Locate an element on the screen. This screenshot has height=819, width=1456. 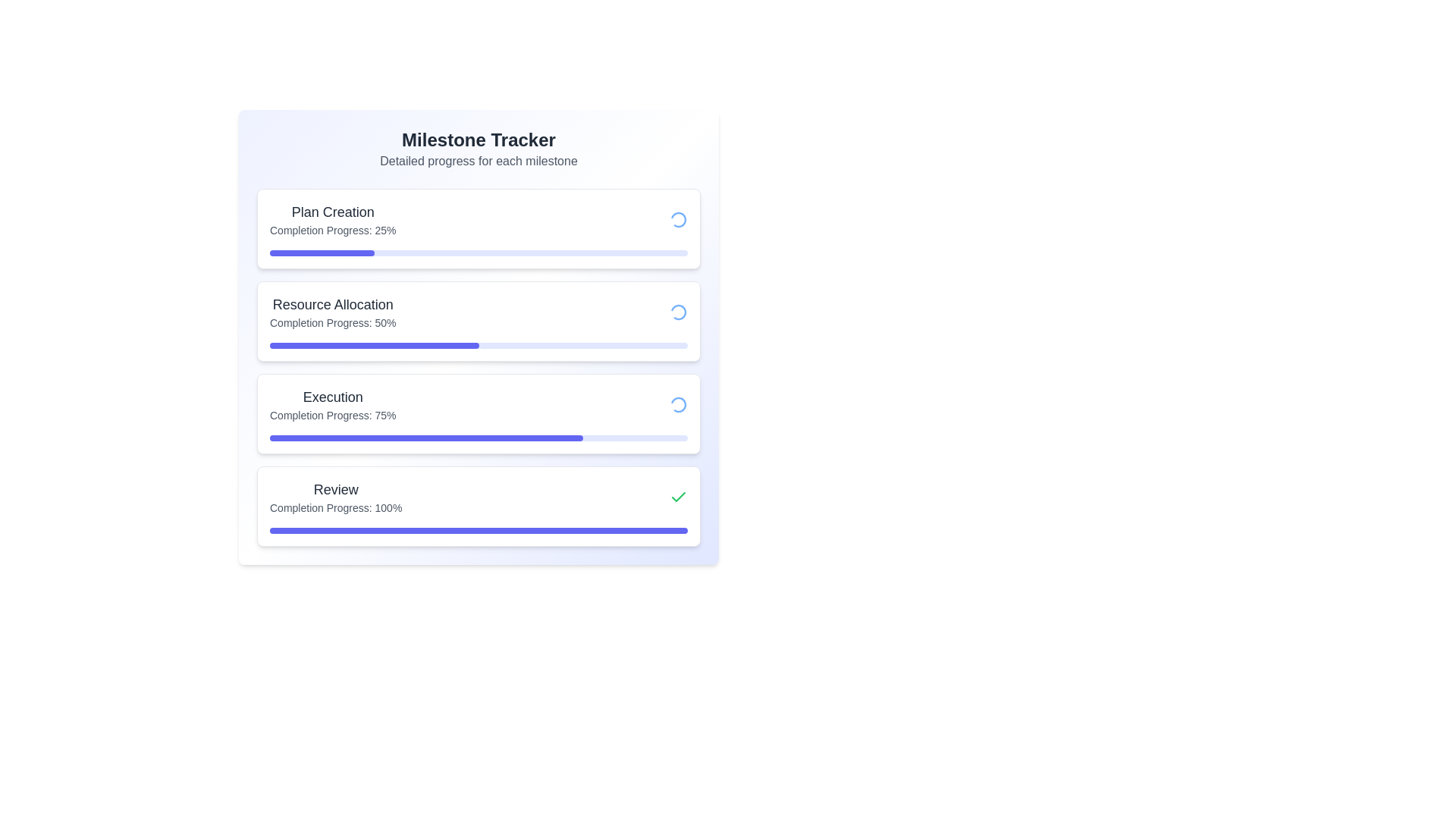
the Text label indicating the completion progress of the 'Plan Creation' milestone at 25% for accessibility options is located at coordinates (332, 231).